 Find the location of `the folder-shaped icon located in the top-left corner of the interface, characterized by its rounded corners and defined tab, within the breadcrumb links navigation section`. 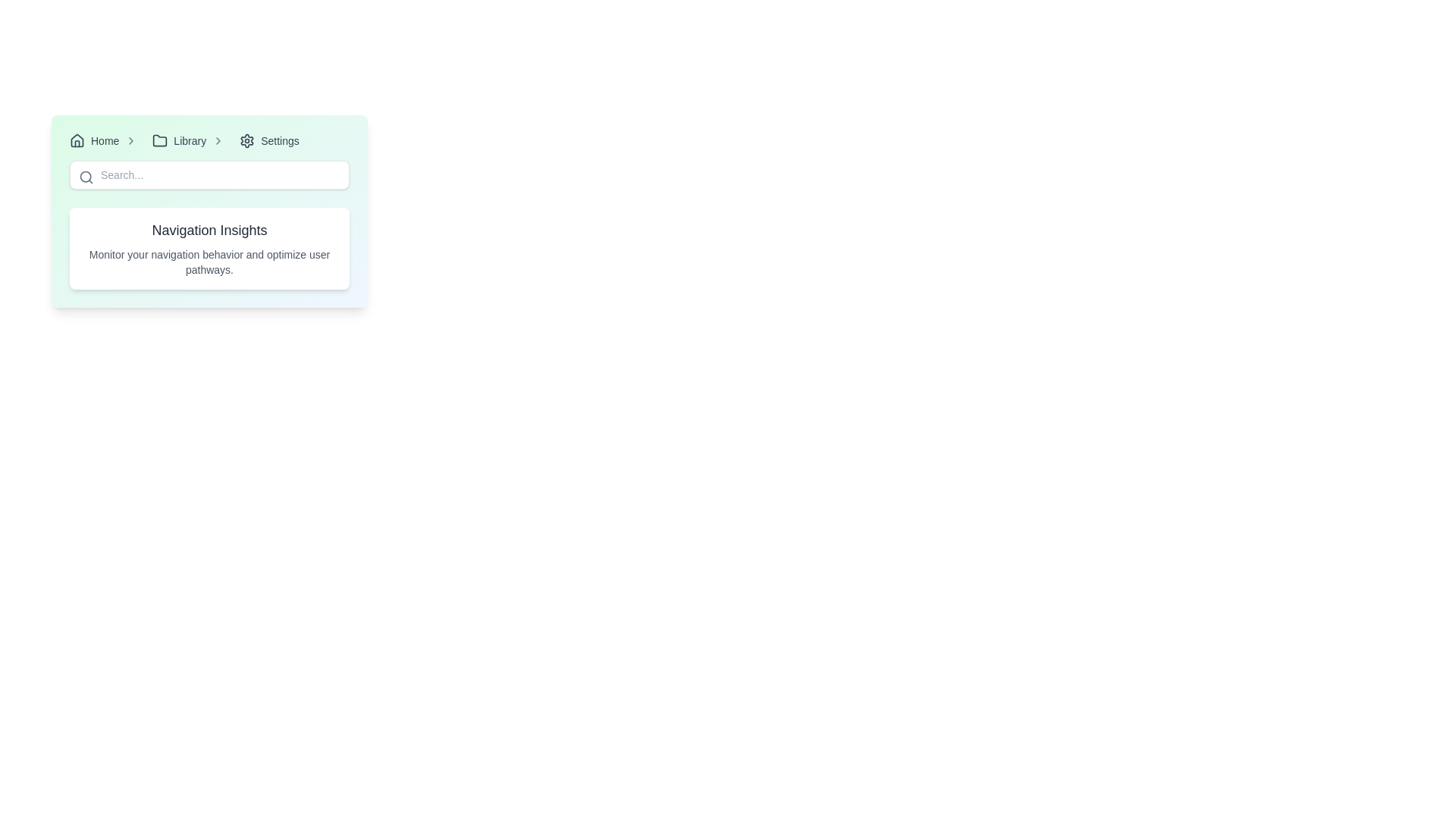

the folder-shaped icon located in the top-left corner of the interface, characterized by its rounded corners and defined tab, within the breadcrumb links navigation section is located at coordinates (160, 140).